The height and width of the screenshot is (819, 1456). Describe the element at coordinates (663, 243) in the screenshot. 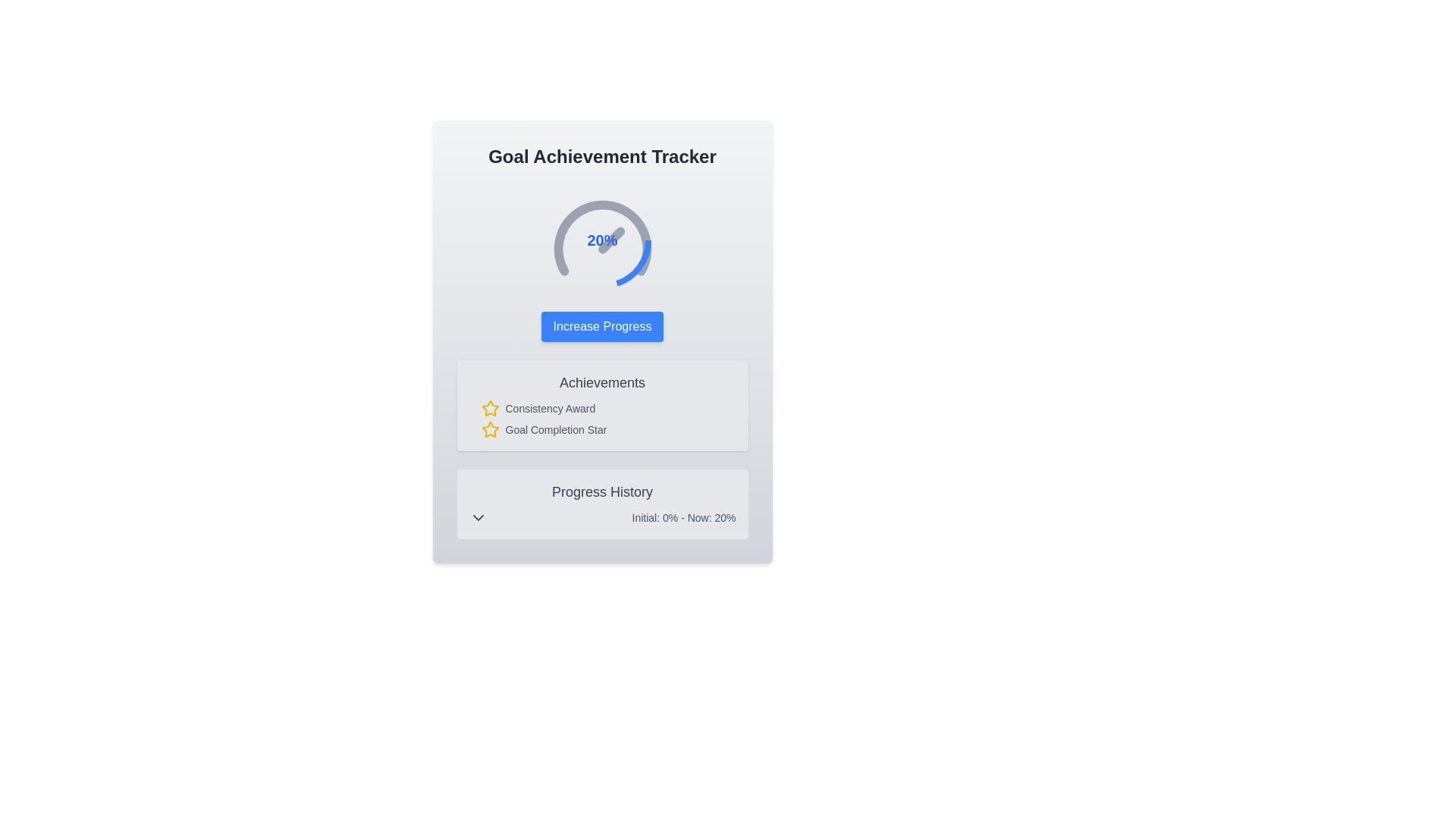

I see `the Circular Progress Indicator which visually represents 20% completion, located in the 'Goal Achievement Tracker' section, to the left of the 'Increase Progress' button` at that location.